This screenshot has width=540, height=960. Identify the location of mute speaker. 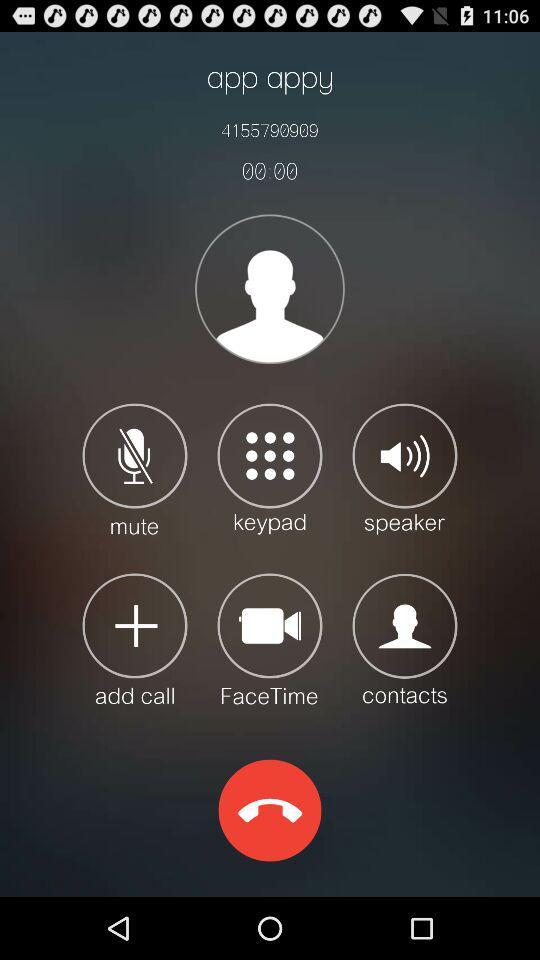
(135, 468).